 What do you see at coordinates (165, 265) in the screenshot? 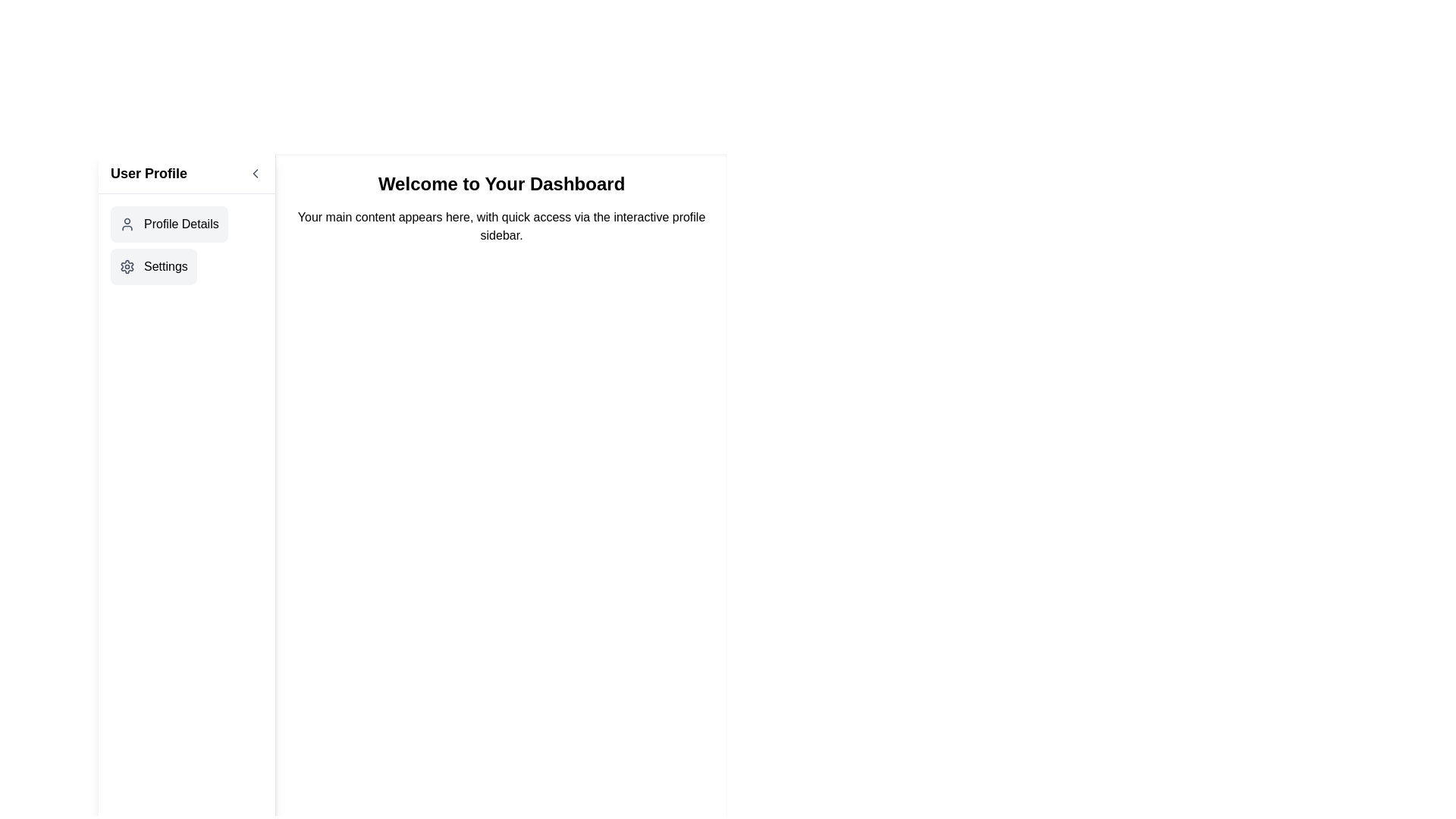
I see `the 'Settings' text label in the sidebar menu` at bounding box center [165, 265].